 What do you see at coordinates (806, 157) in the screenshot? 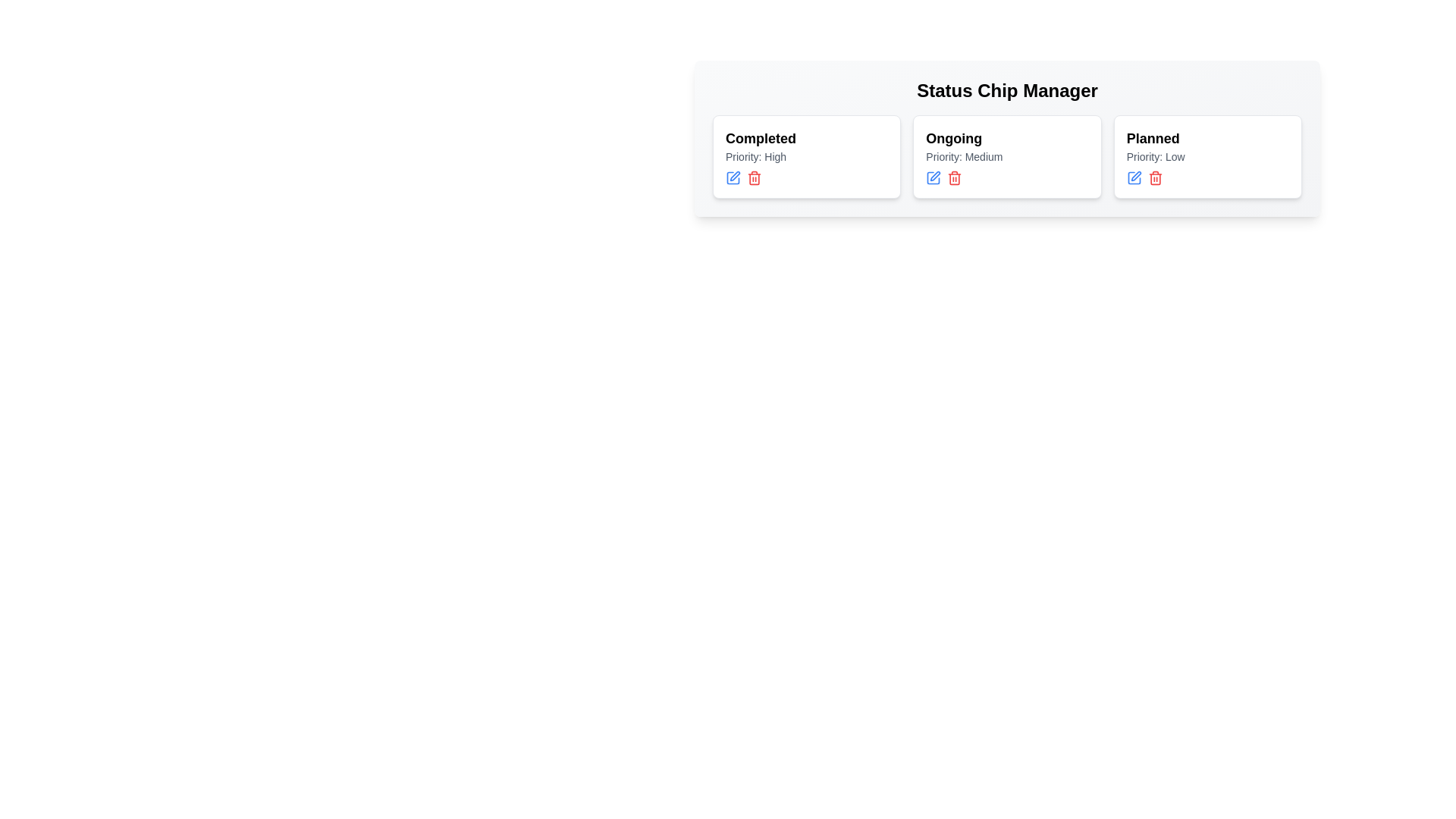
I see `the chip card labeled Completed to view its details` at bounding box center [806, 157].